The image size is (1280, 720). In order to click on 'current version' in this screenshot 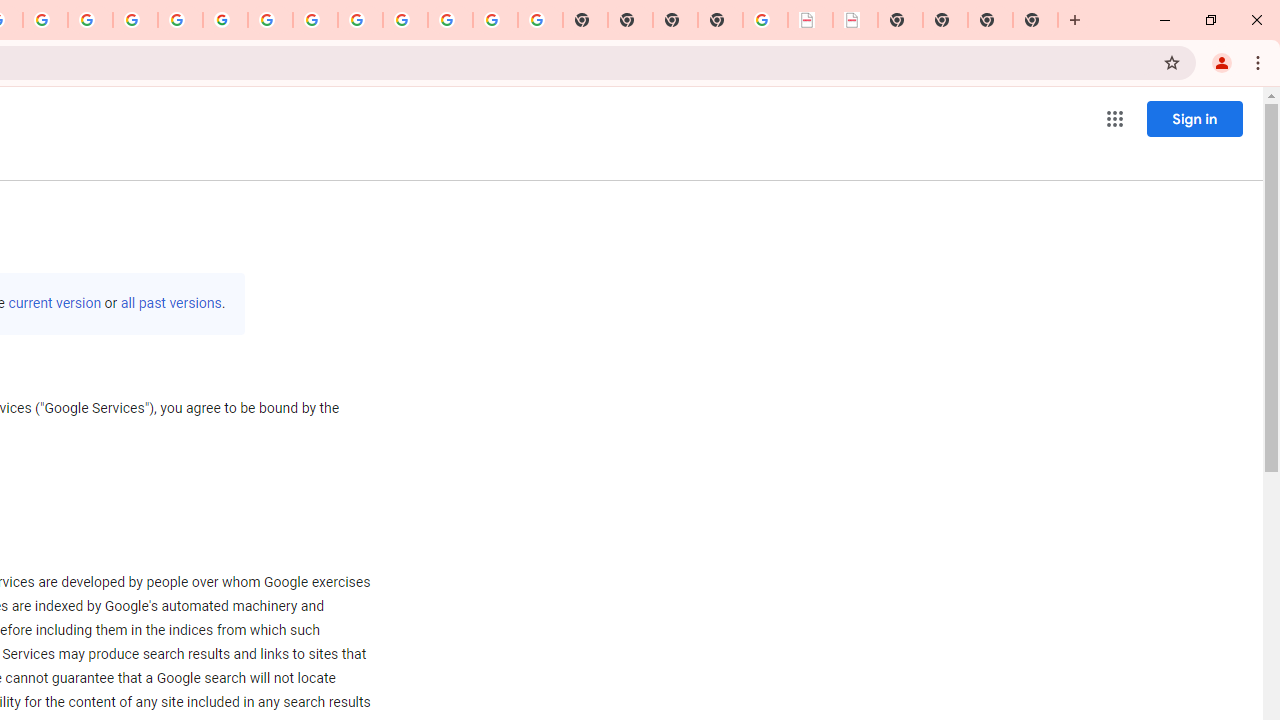, I will do `click(55, 303)`.